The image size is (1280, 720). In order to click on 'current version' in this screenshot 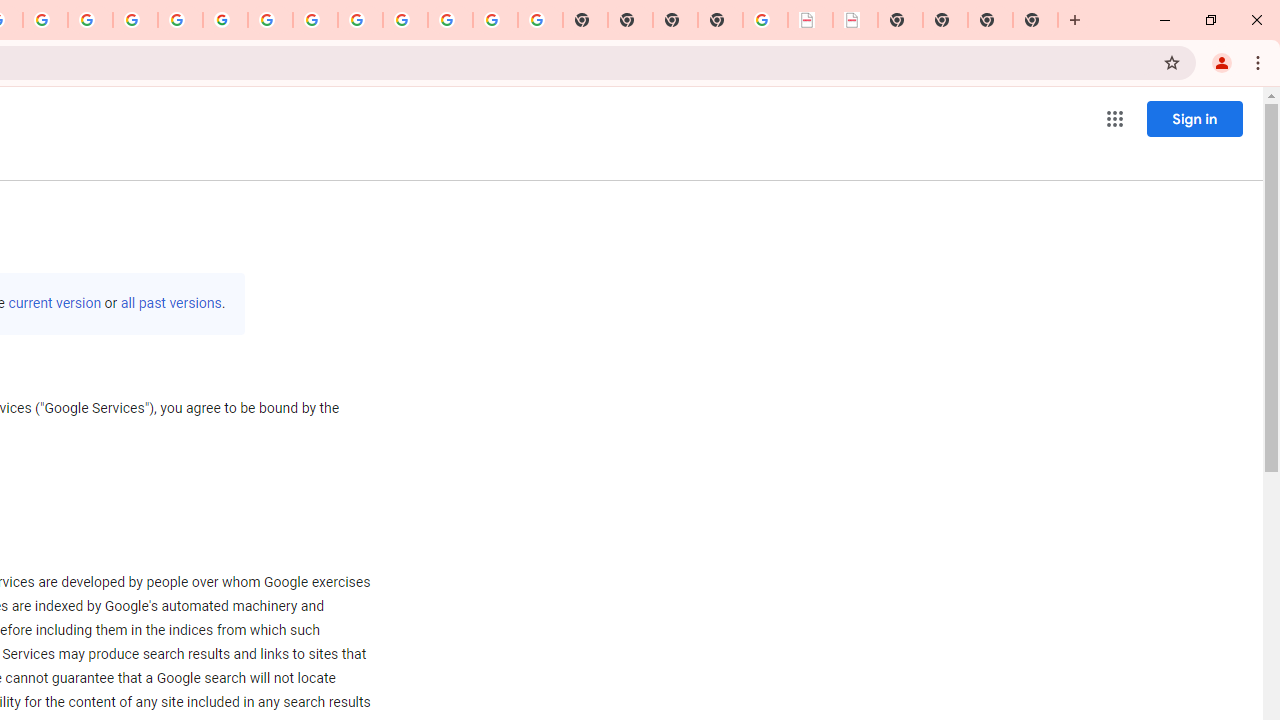, I will do `click(55, 303)`.